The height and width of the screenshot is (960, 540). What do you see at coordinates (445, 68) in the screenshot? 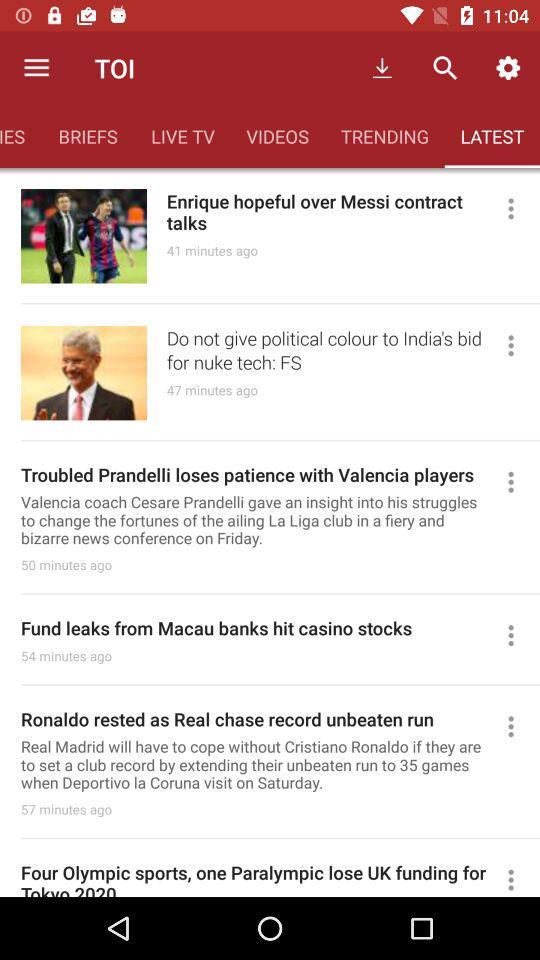
I see `the search icon` at bounding box center [445, 68].